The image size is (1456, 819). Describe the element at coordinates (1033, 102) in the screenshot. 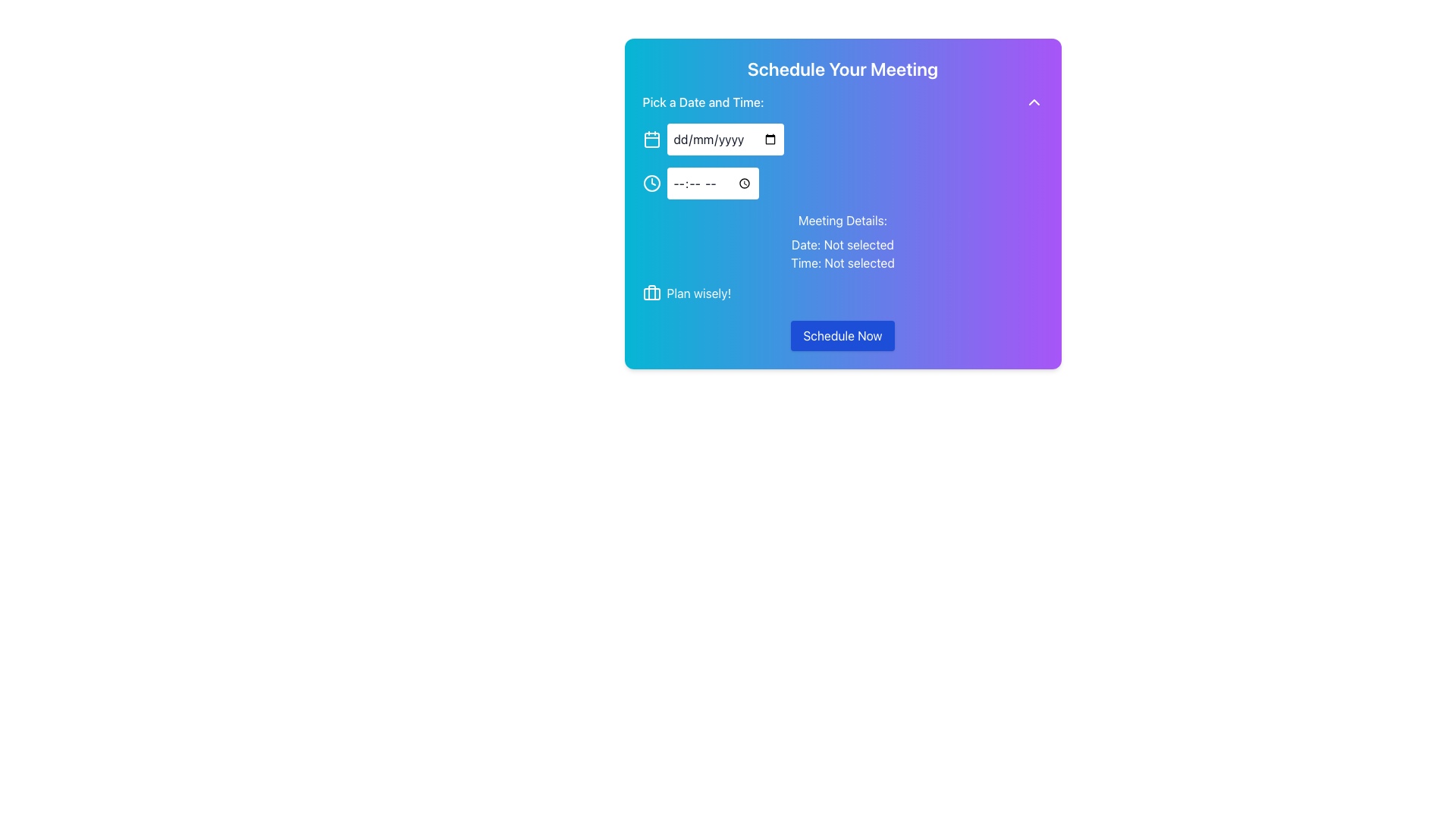

I see `the upward chevron button located to the right of the text 'Pick a Date and Time:'` at that location.